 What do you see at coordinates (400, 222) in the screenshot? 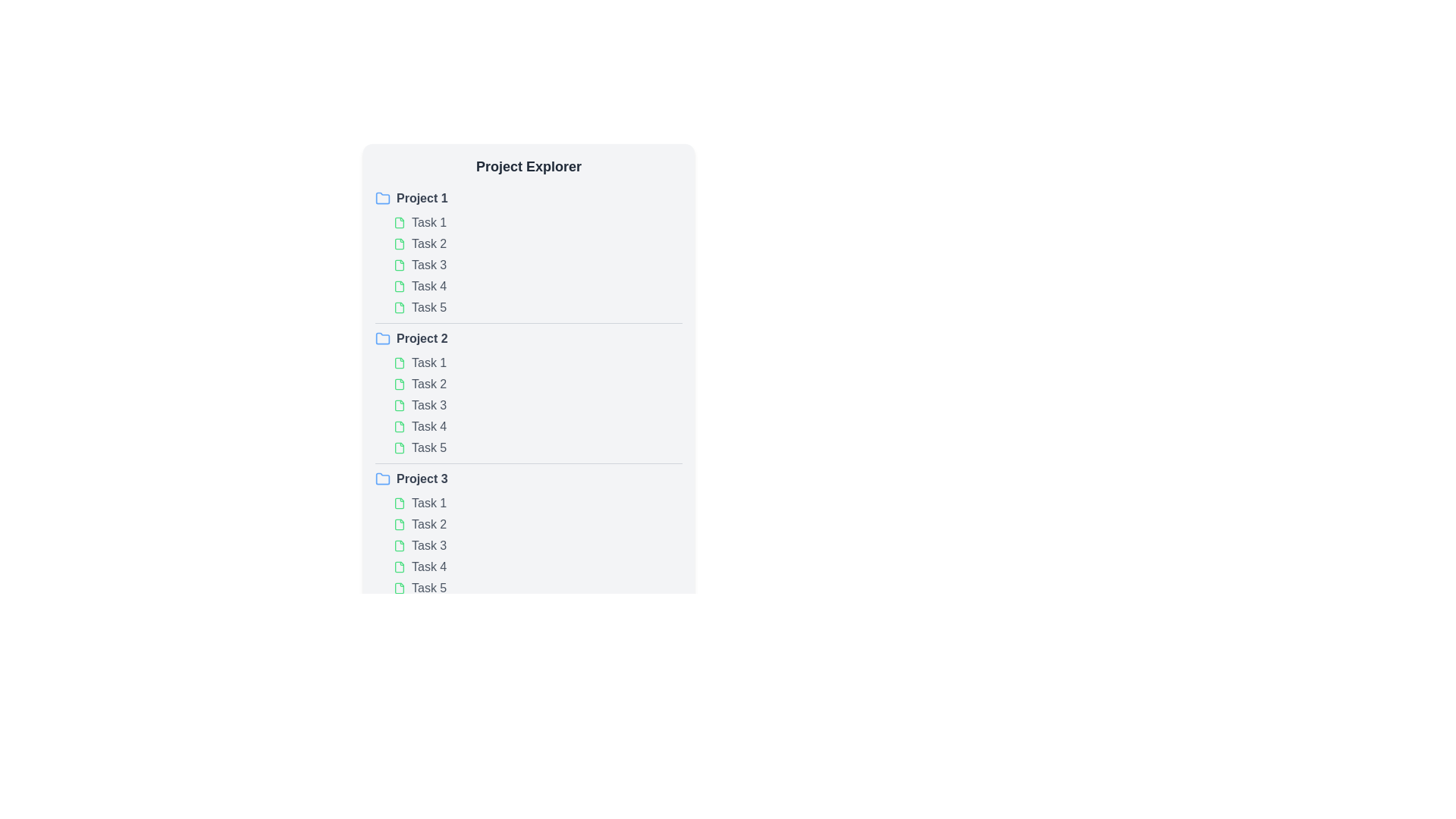
I see `the file icon associated with 'Task 1' in the 'Project Explorer', which is the first icon in the row and is located to the left of the label 'Task 1'` at bounding box center [400, 222].